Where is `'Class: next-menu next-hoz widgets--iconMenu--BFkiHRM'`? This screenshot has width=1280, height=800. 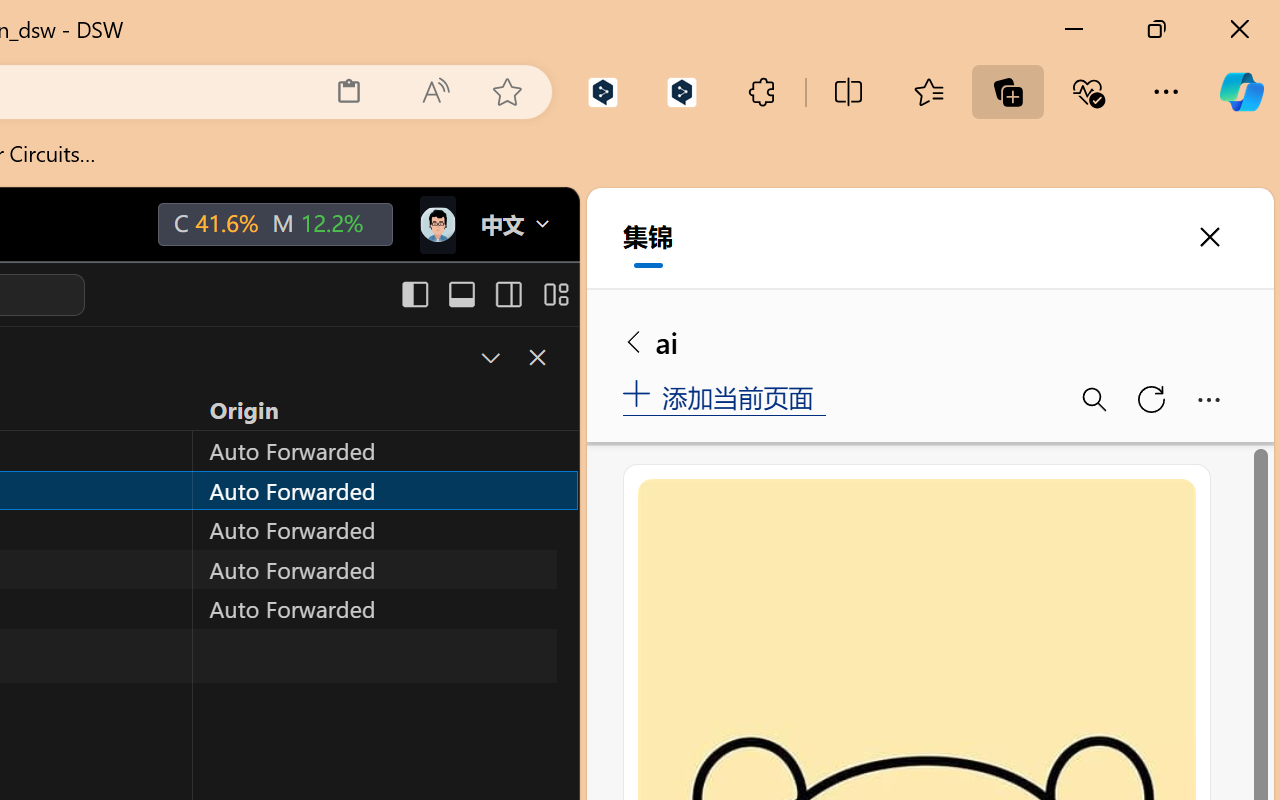
'Class: next-menu next-hoz widgets--iconMenu--BFkiHRM' is located at coordinates (435, 225).